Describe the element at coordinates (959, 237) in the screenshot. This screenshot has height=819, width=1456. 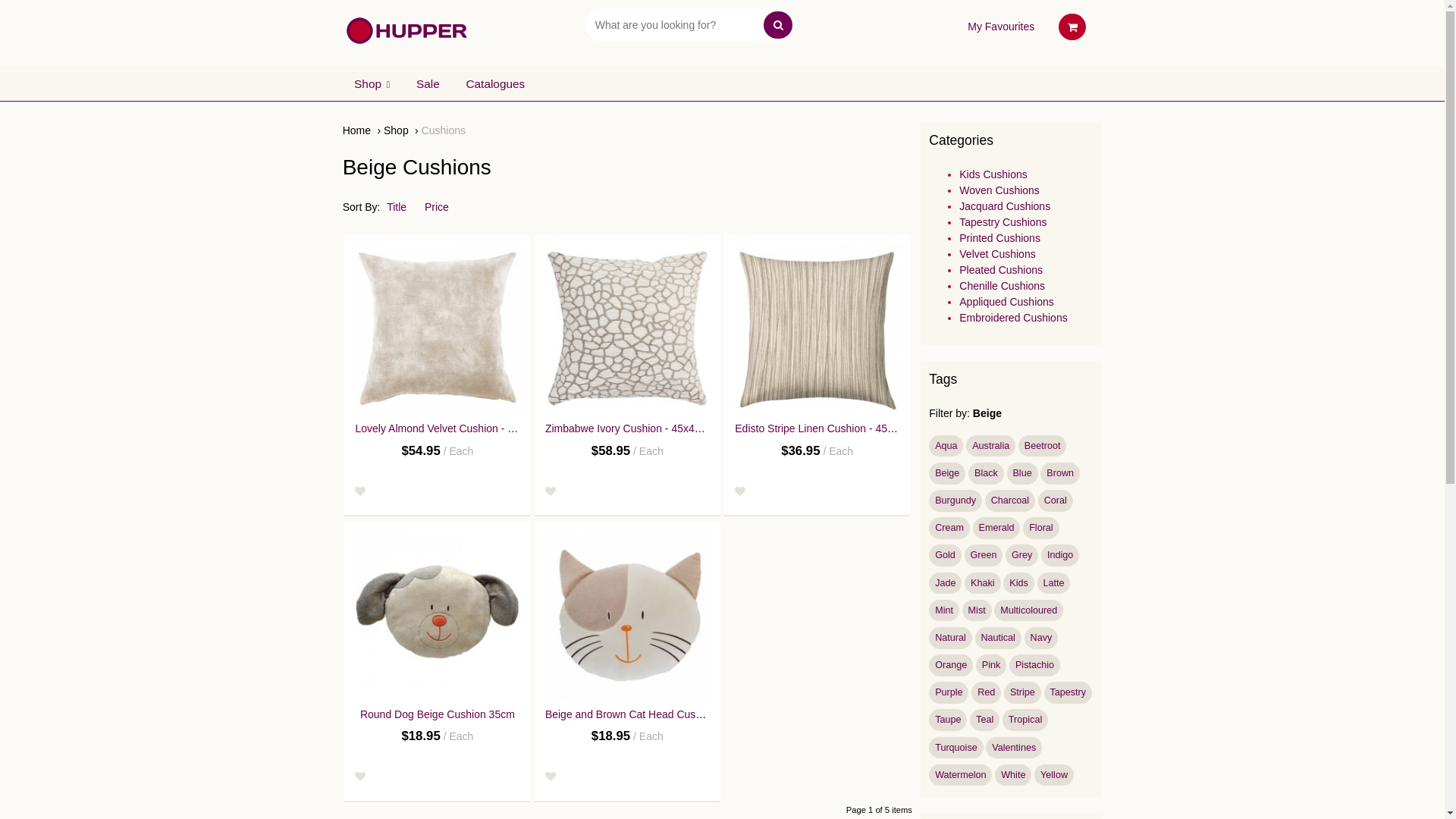
I see `'Printed Cushions'` at that location.